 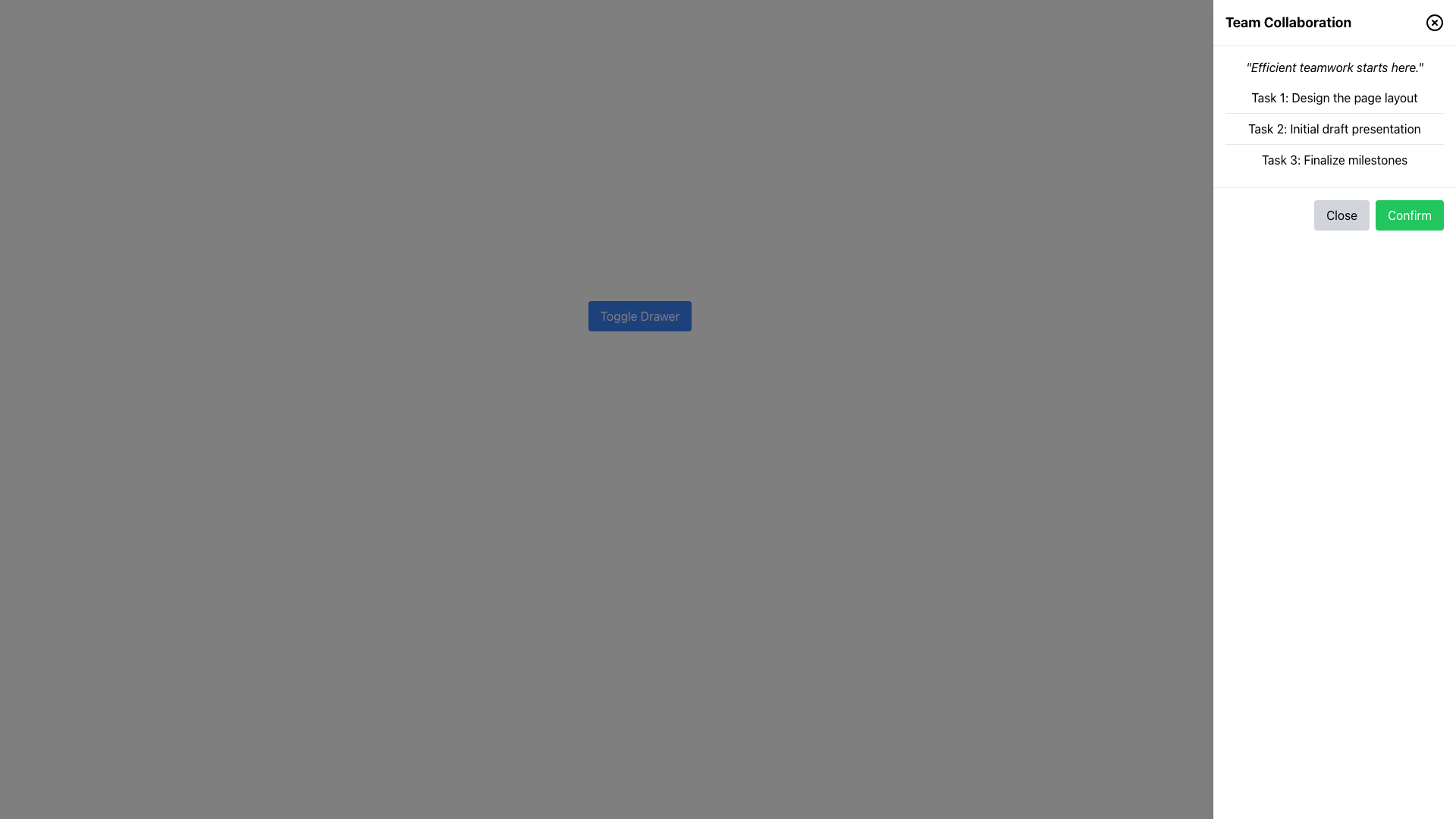 What do you see at coordinates (1335, 98) in the screenshot?
I see `text entry stating 'Task 1: Design the page layout', which is the first task in the task list on the right side of the interface` at bounding box center [1335, 98].